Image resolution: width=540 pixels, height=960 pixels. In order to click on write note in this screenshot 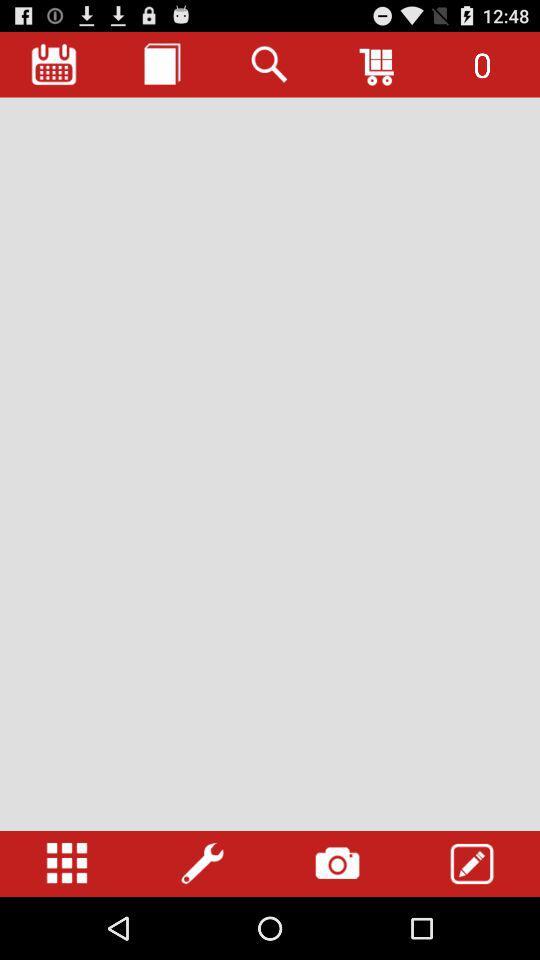, I will do `click(472, 863)`.